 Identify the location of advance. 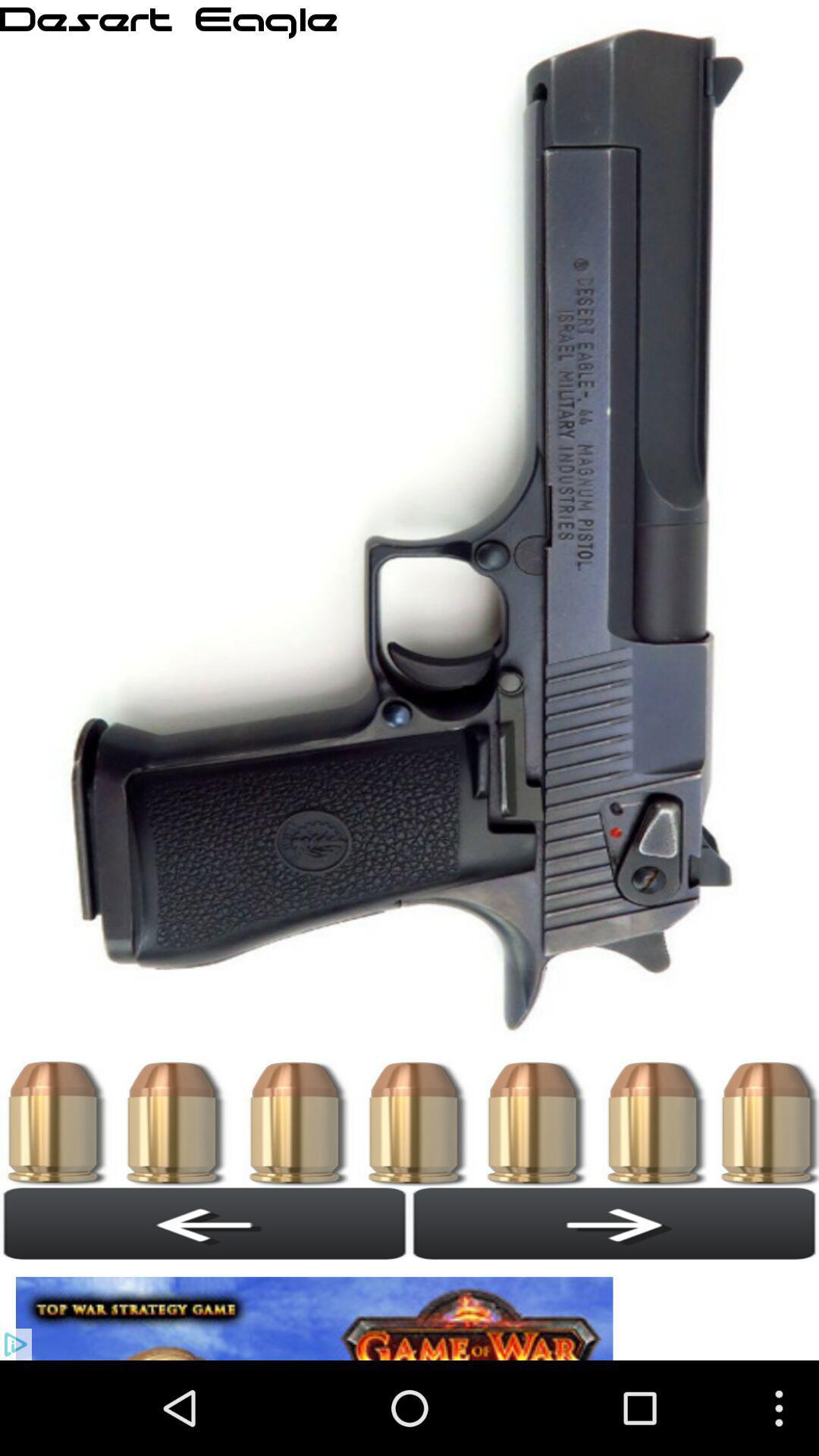
(614, 1223).